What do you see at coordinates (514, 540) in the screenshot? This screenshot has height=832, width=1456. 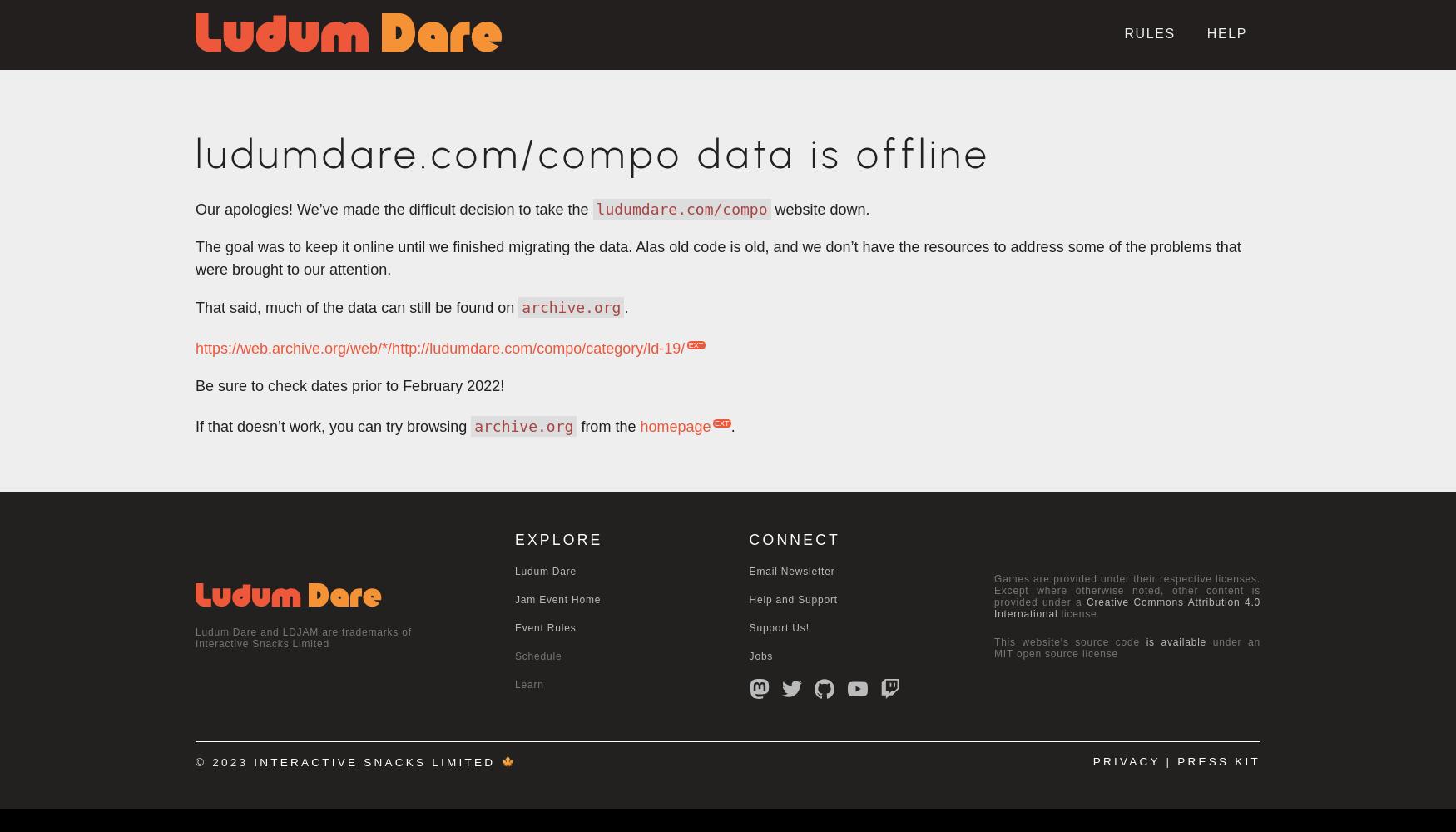 I see `'EXPLORE'` at bounding box center [514, 540].